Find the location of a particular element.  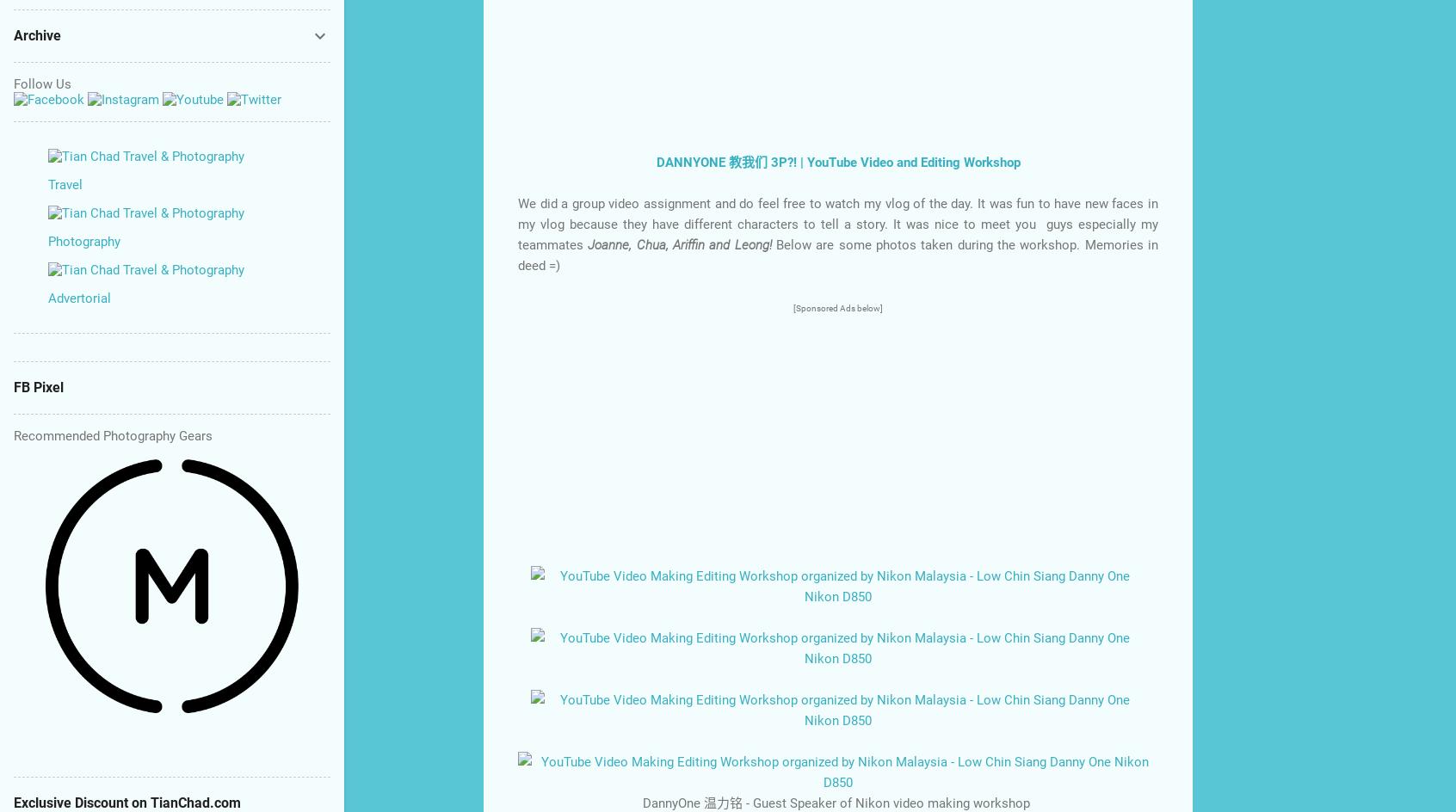

'Archive' is located at coordinates (36, 35).